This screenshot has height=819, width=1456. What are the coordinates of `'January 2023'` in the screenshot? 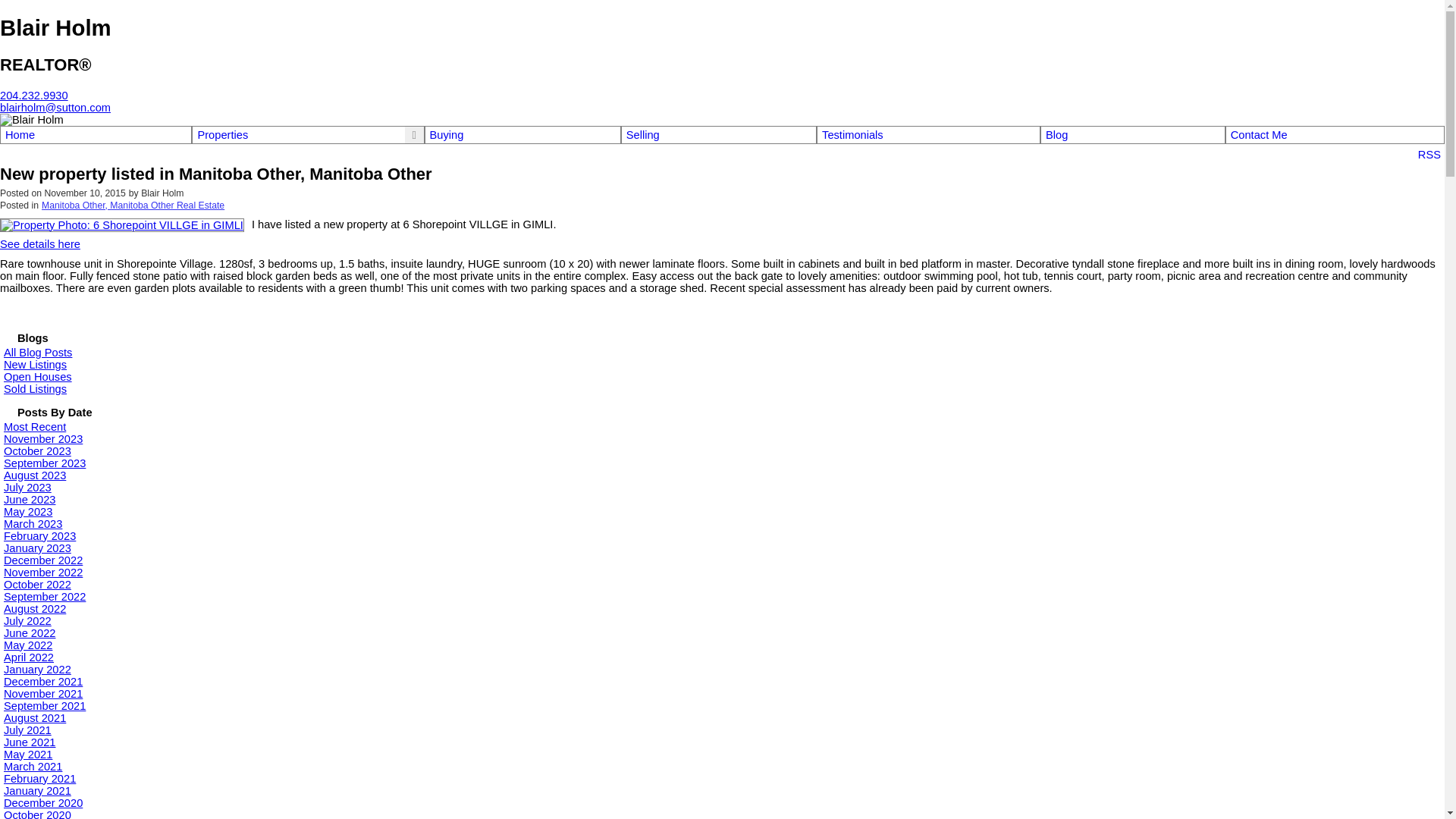 It's located at (37, 548).